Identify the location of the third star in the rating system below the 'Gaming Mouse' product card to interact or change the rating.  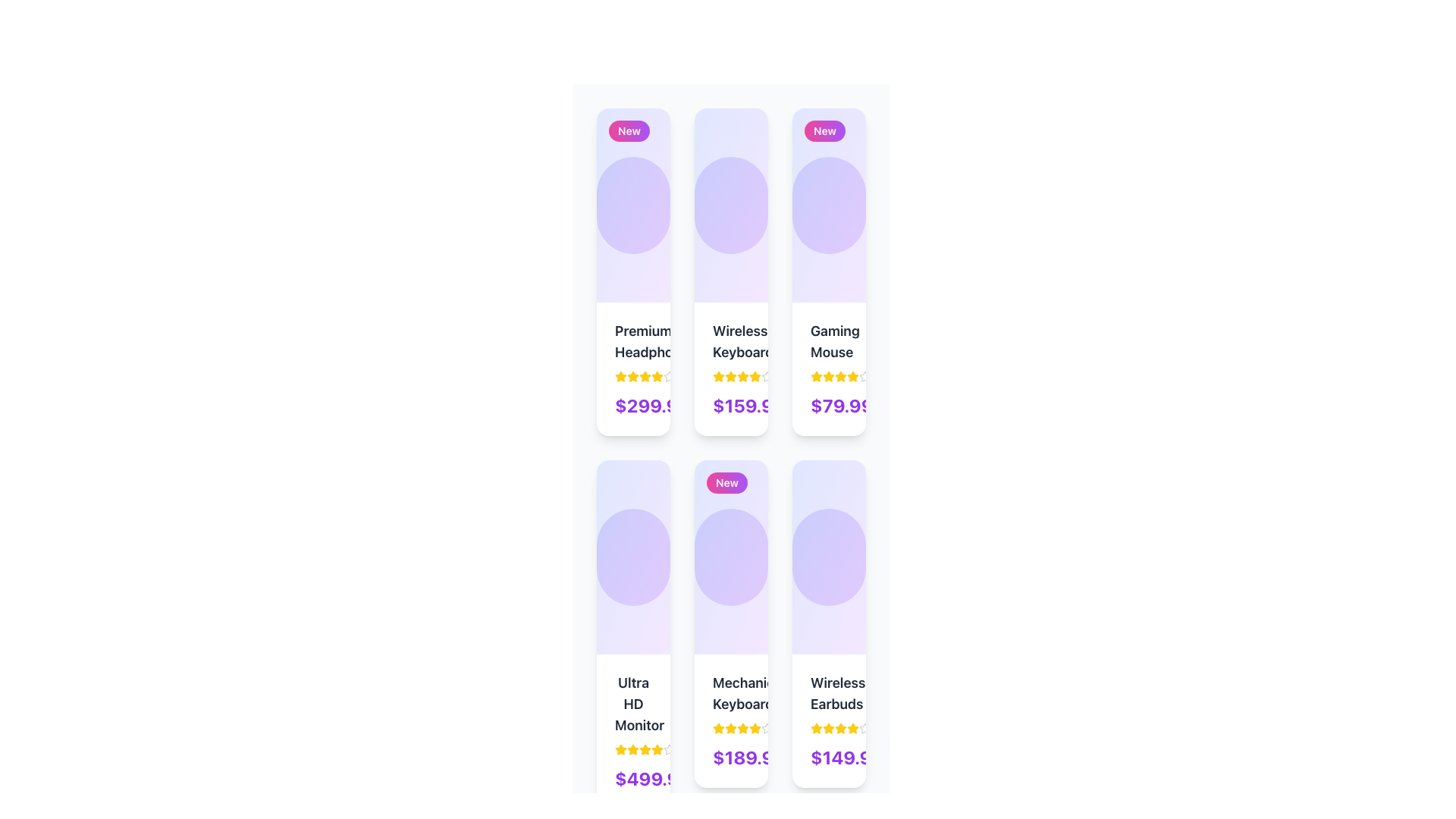
(827, 375).